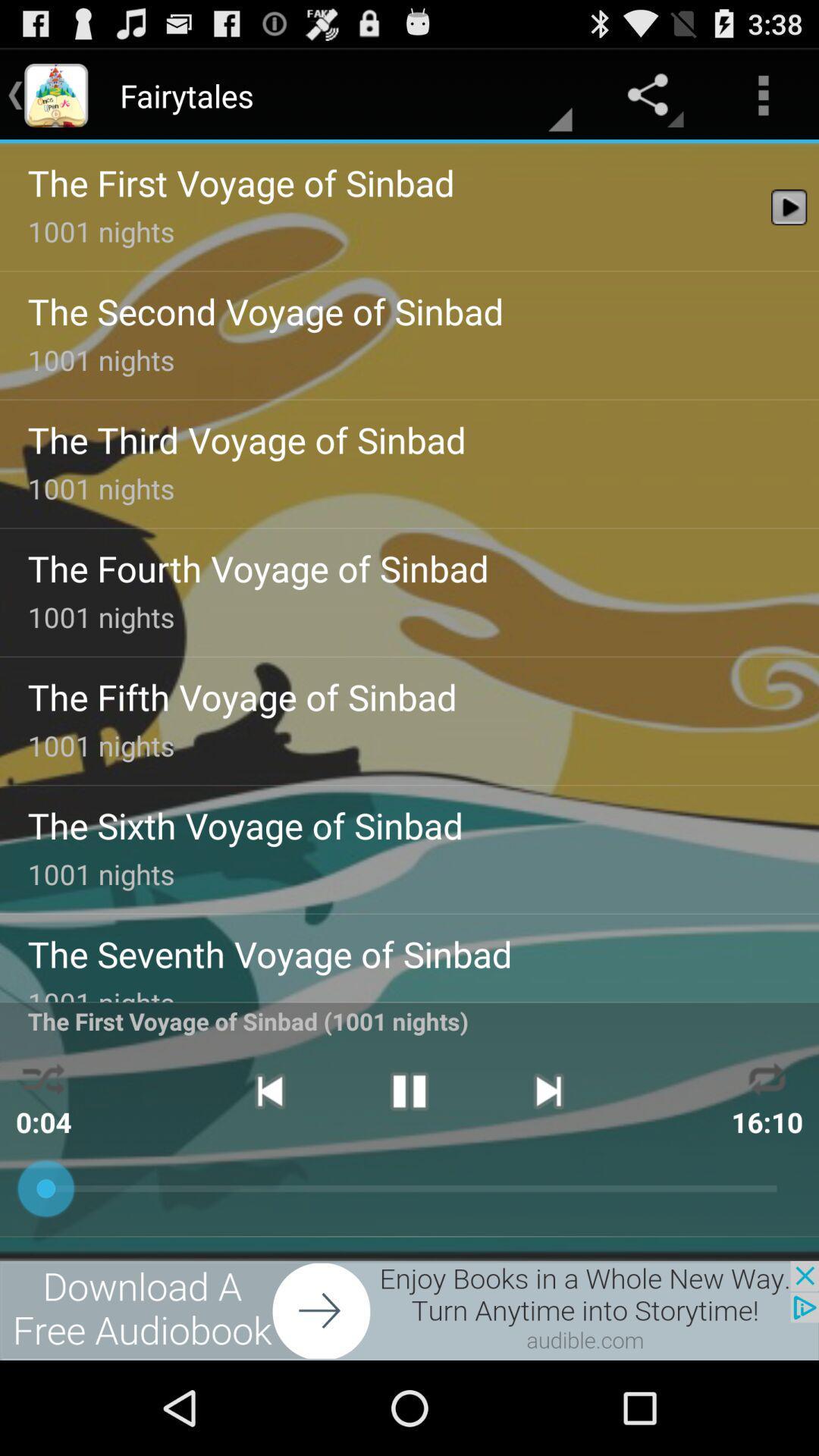  What do you see at coordinates (408, 1166) in the screenshot?
I see `the pause icon` at bounding box center [408, 1166].